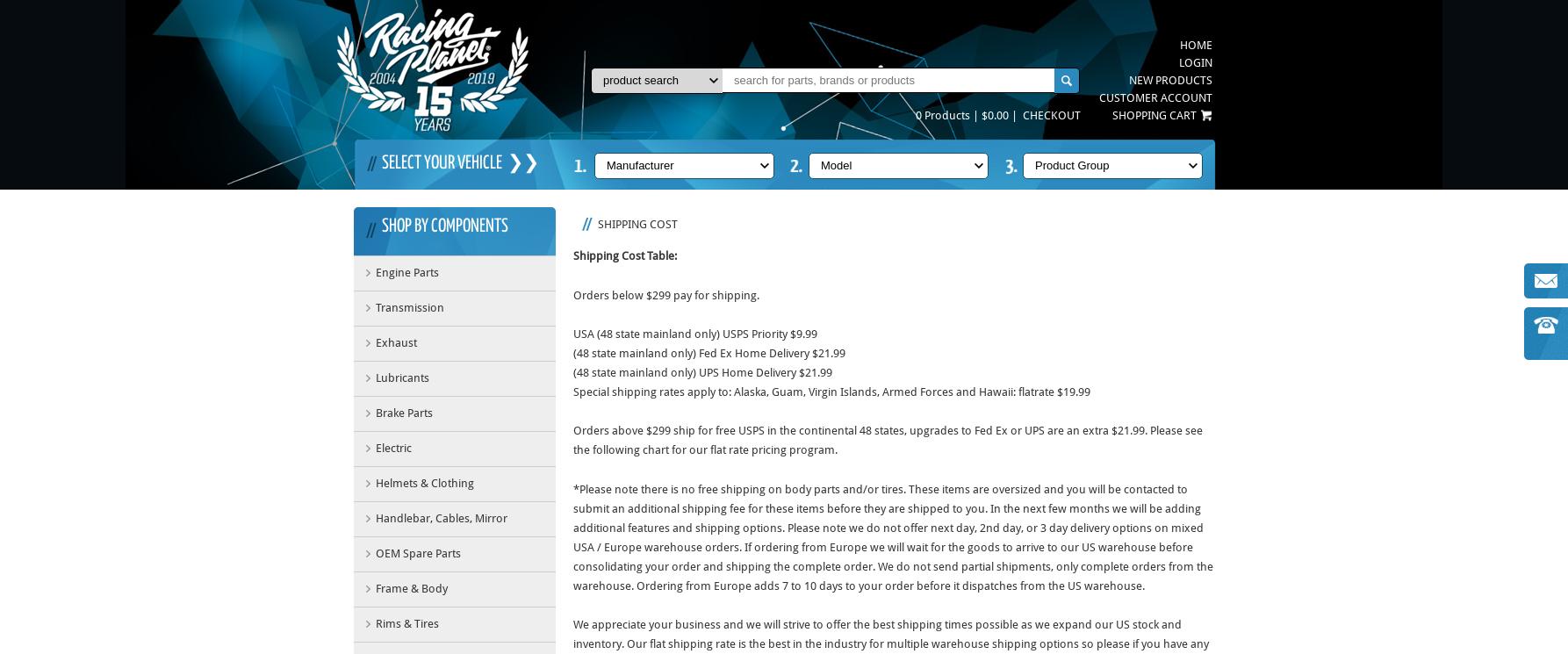 The width and height of the screenshot is (1568, 654). I want to click on 'New Products', so click(1170, 80).